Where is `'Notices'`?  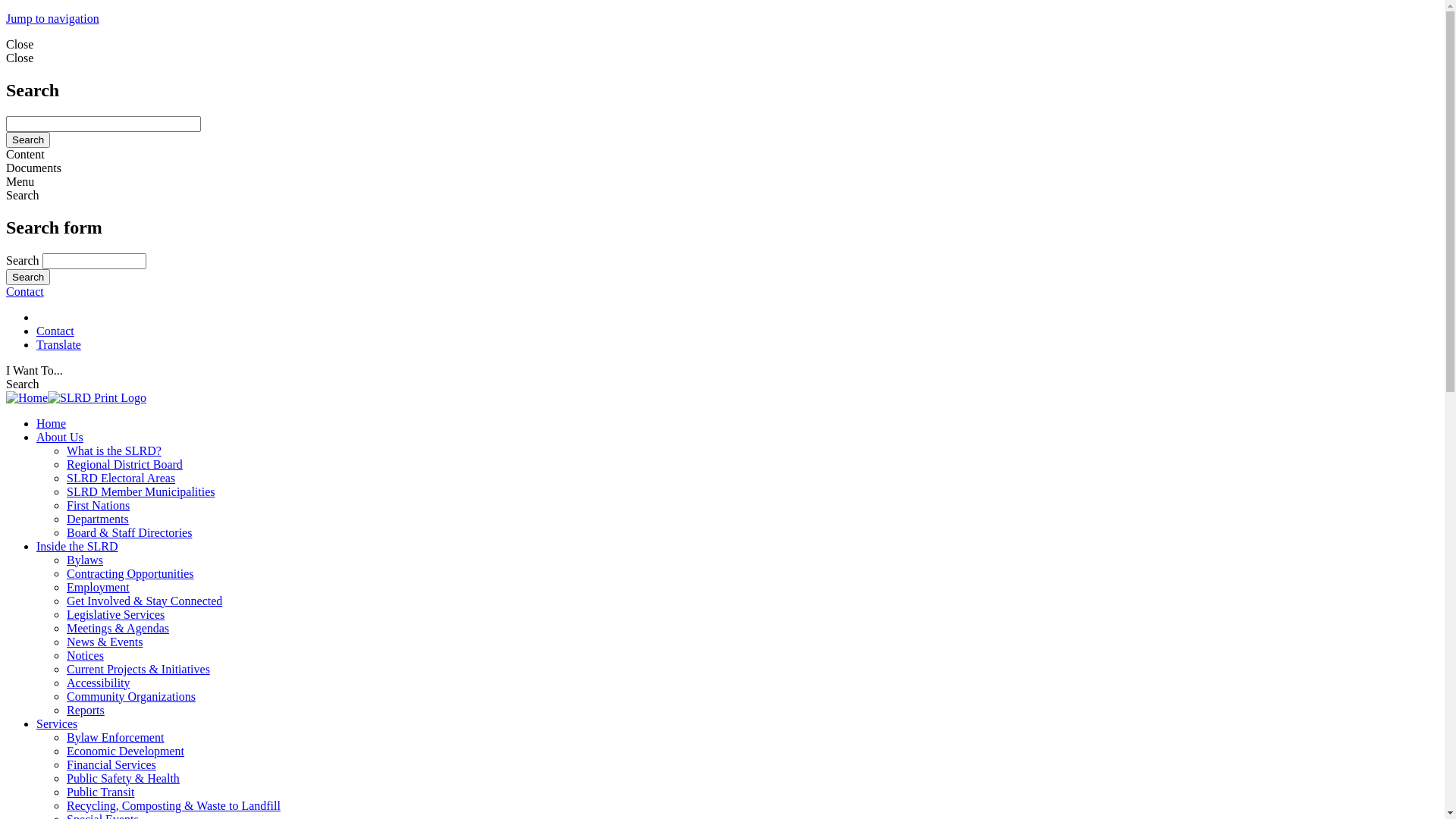 'Notices' is located at coordinates (84, 654).